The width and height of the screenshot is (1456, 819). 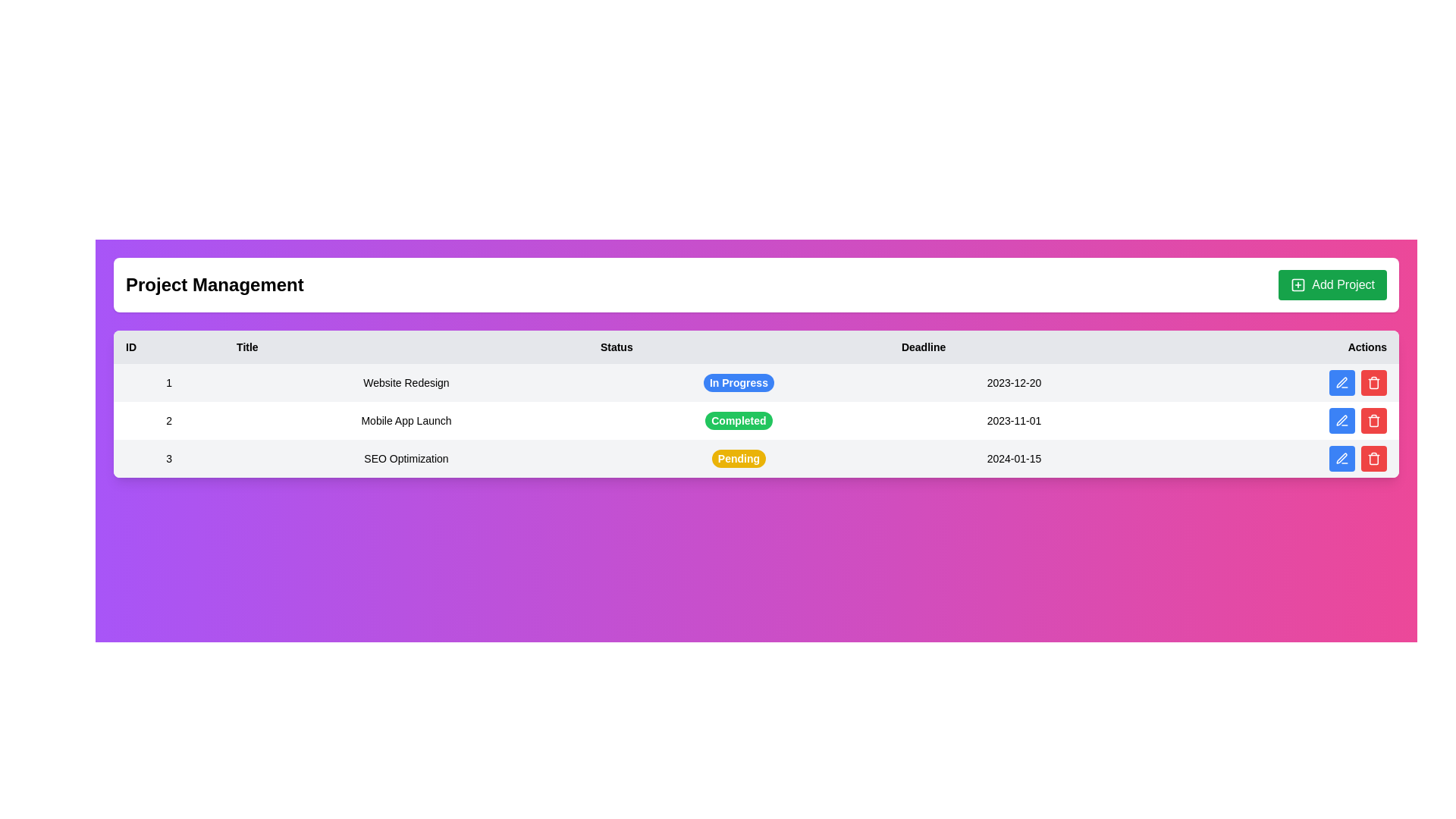 I want to click on text content from the date element located in the fourth cell of the first row in the 'Deadline' column of the table, so click(x=1014, y=382).